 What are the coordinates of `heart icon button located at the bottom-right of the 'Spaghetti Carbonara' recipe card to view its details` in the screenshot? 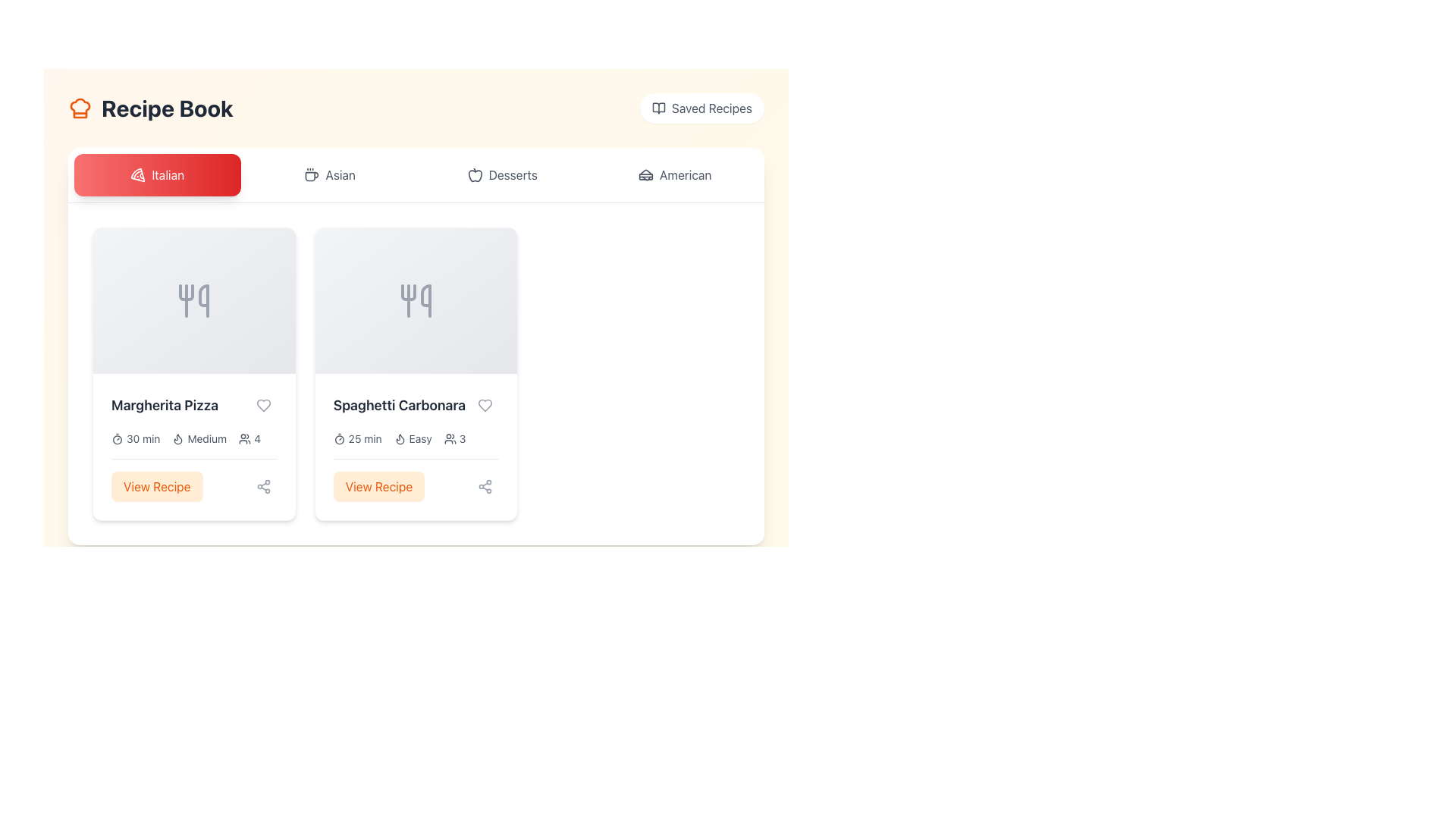 It's located at (485, 405).